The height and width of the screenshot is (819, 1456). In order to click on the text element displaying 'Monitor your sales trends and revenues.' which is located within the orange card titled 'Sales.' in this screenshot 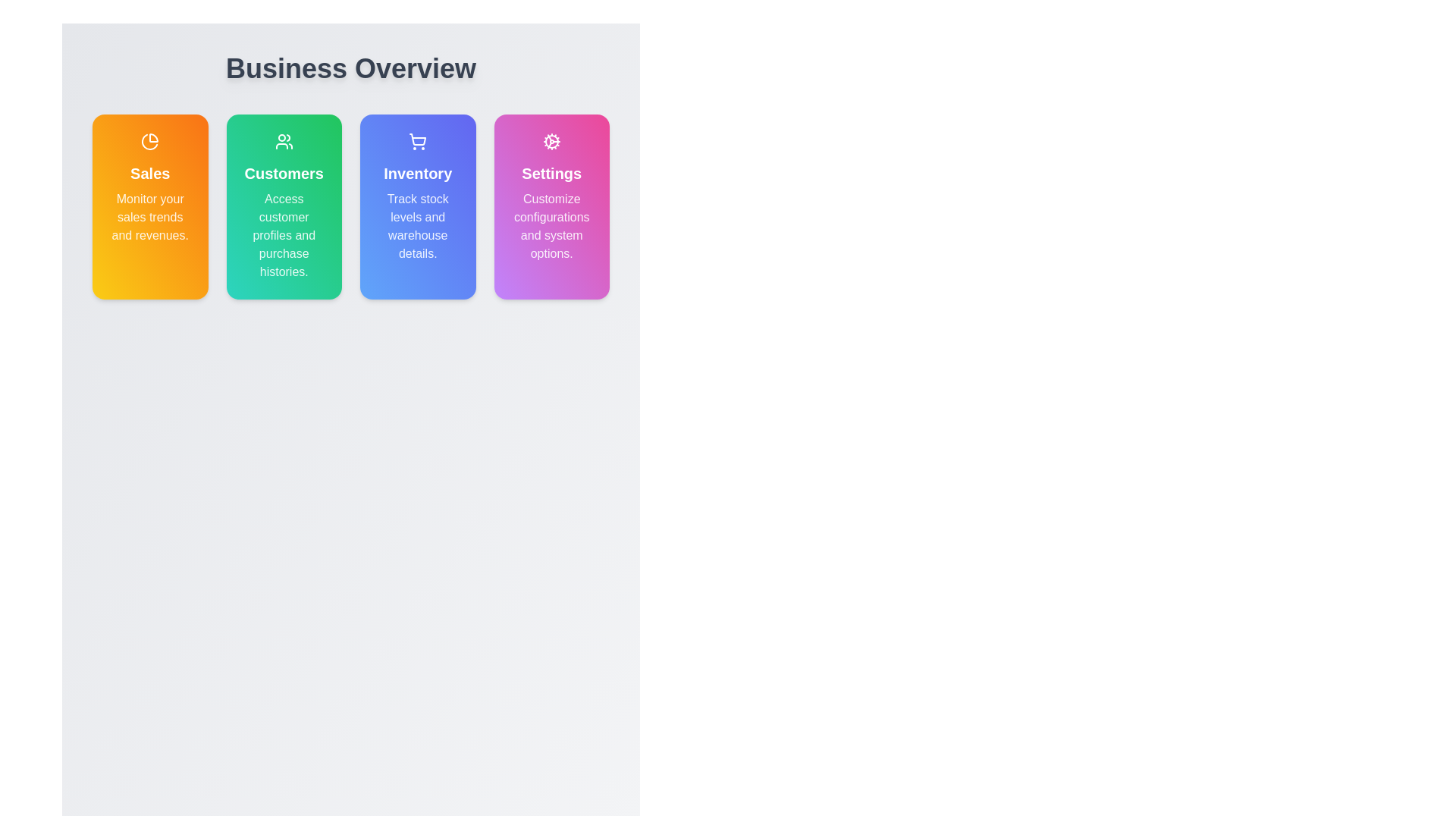, I will do `click(150, 217)`.